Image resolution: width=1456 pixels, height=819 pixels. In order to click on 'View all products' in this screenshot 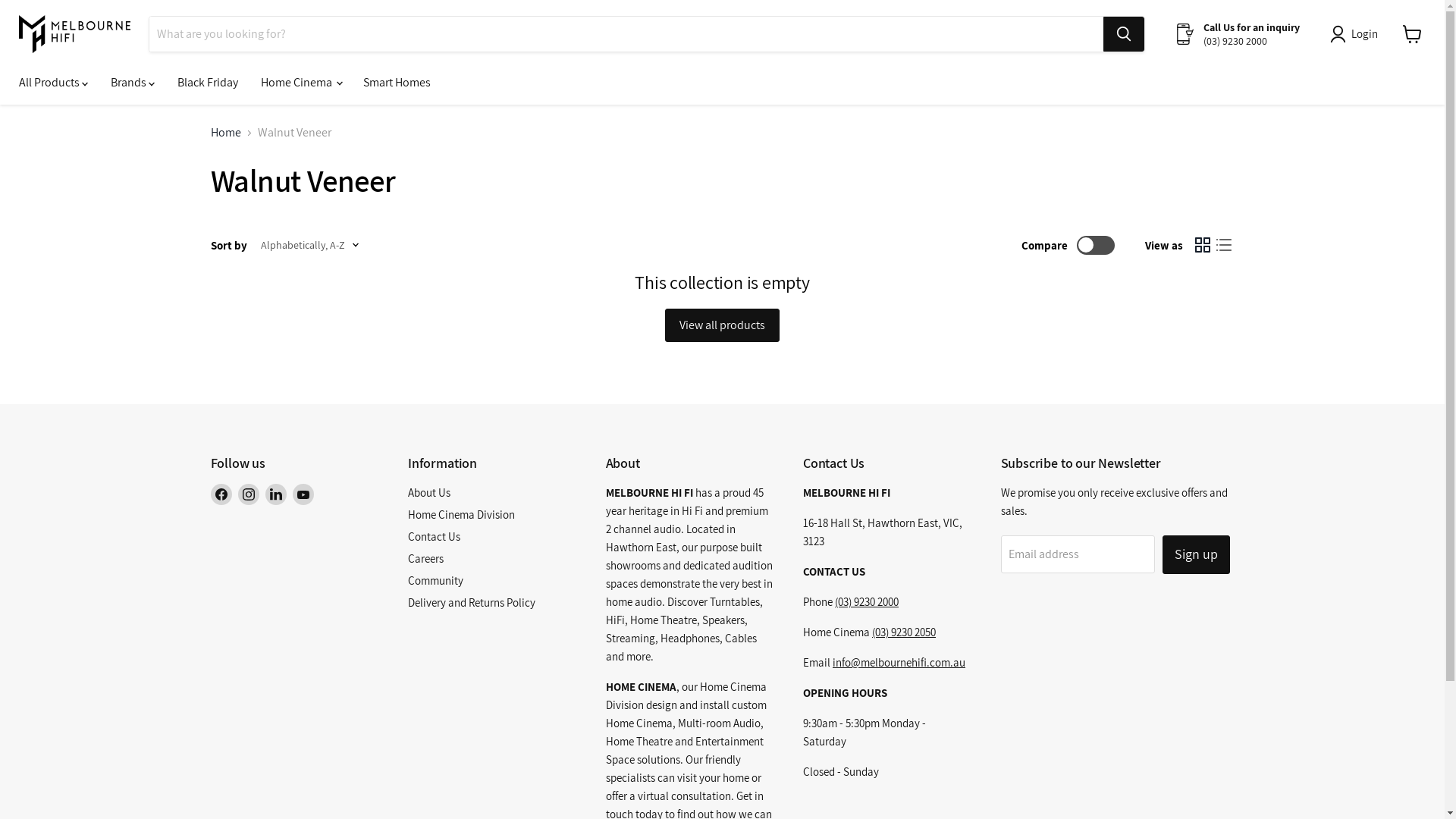, I will do `click(721, 324)`.